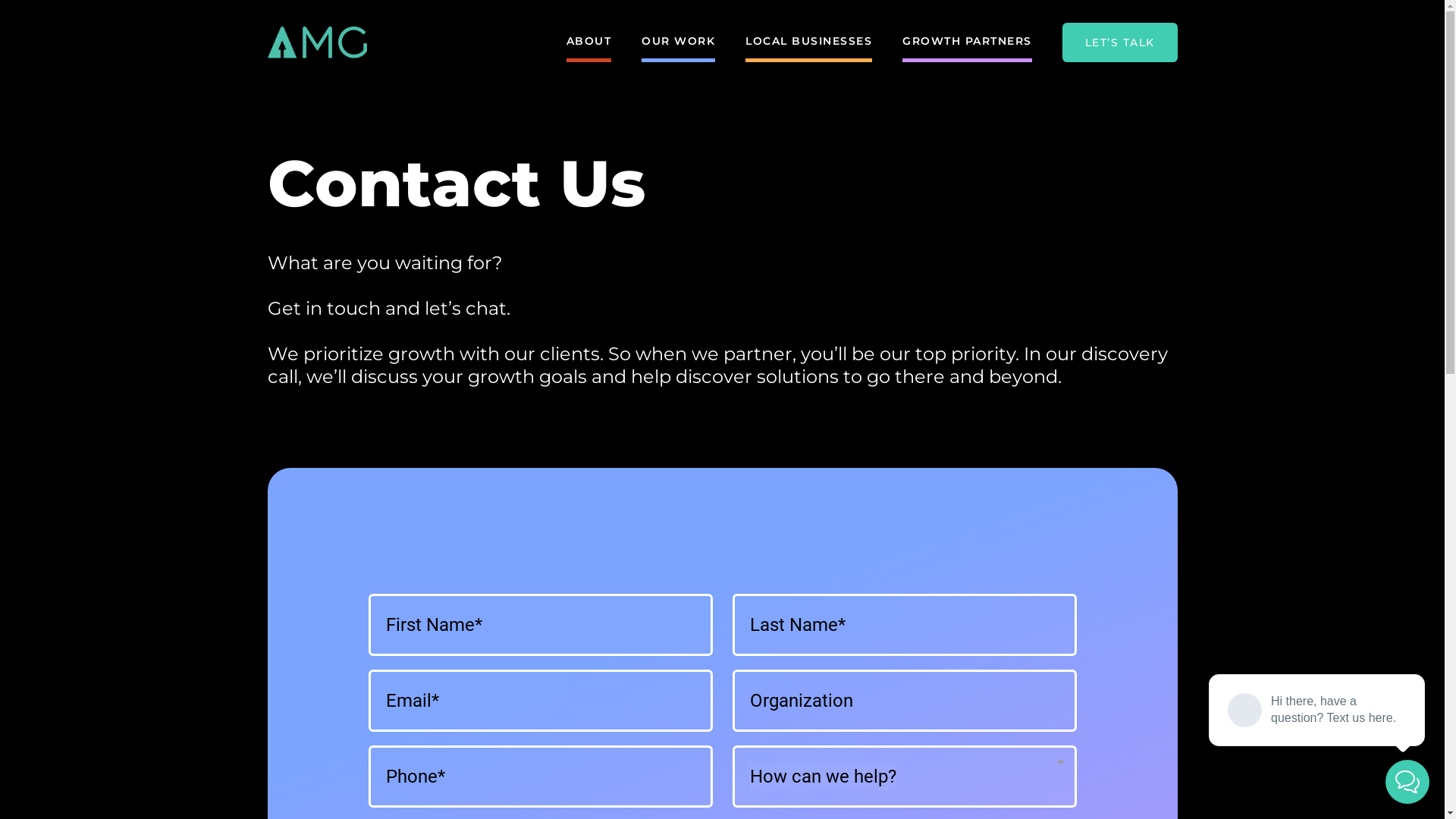  I want to click on 'OUR WORK', so click(641, 42).